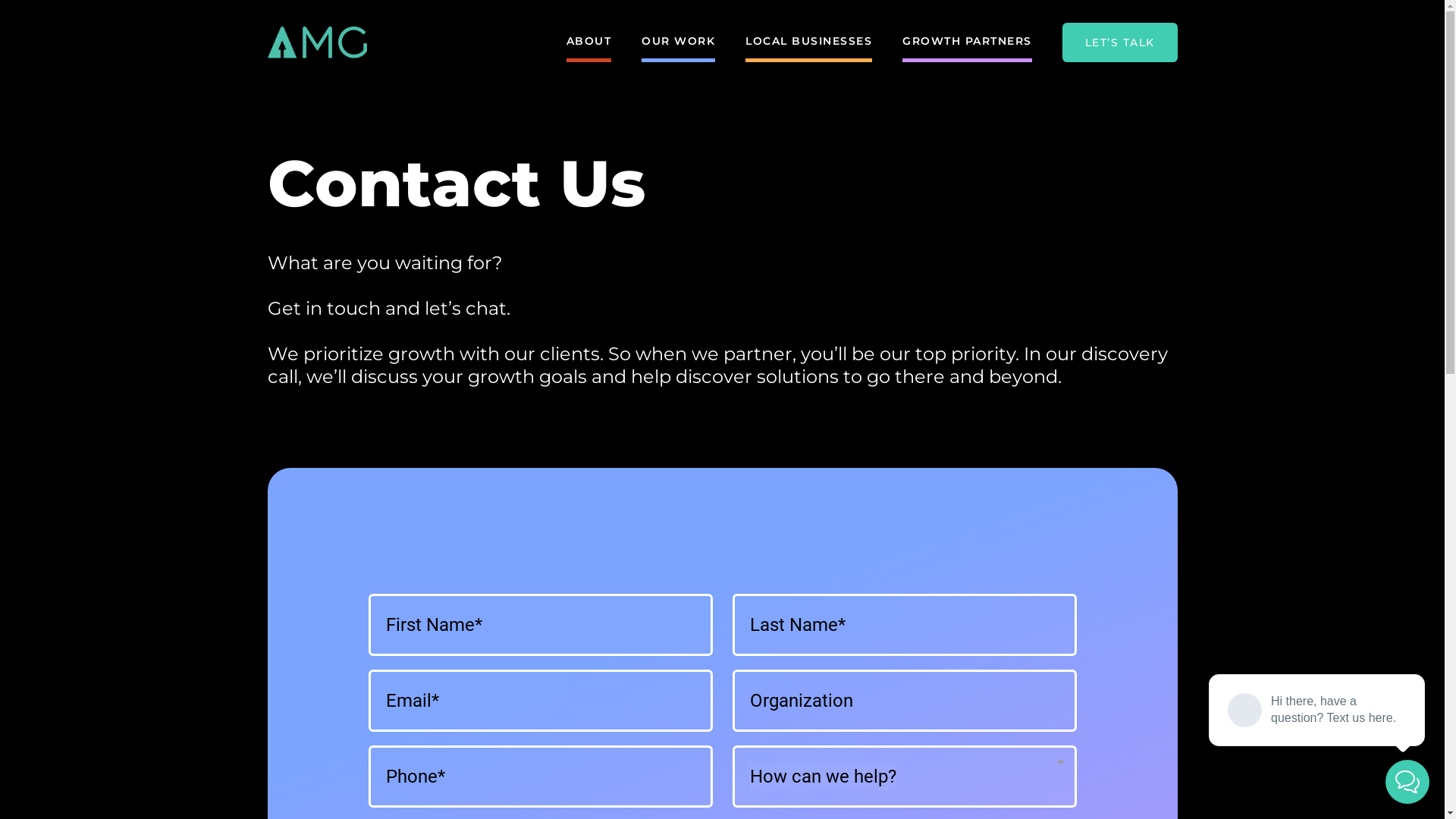  I want to click on 'OUR WORK', so click(641, 42).